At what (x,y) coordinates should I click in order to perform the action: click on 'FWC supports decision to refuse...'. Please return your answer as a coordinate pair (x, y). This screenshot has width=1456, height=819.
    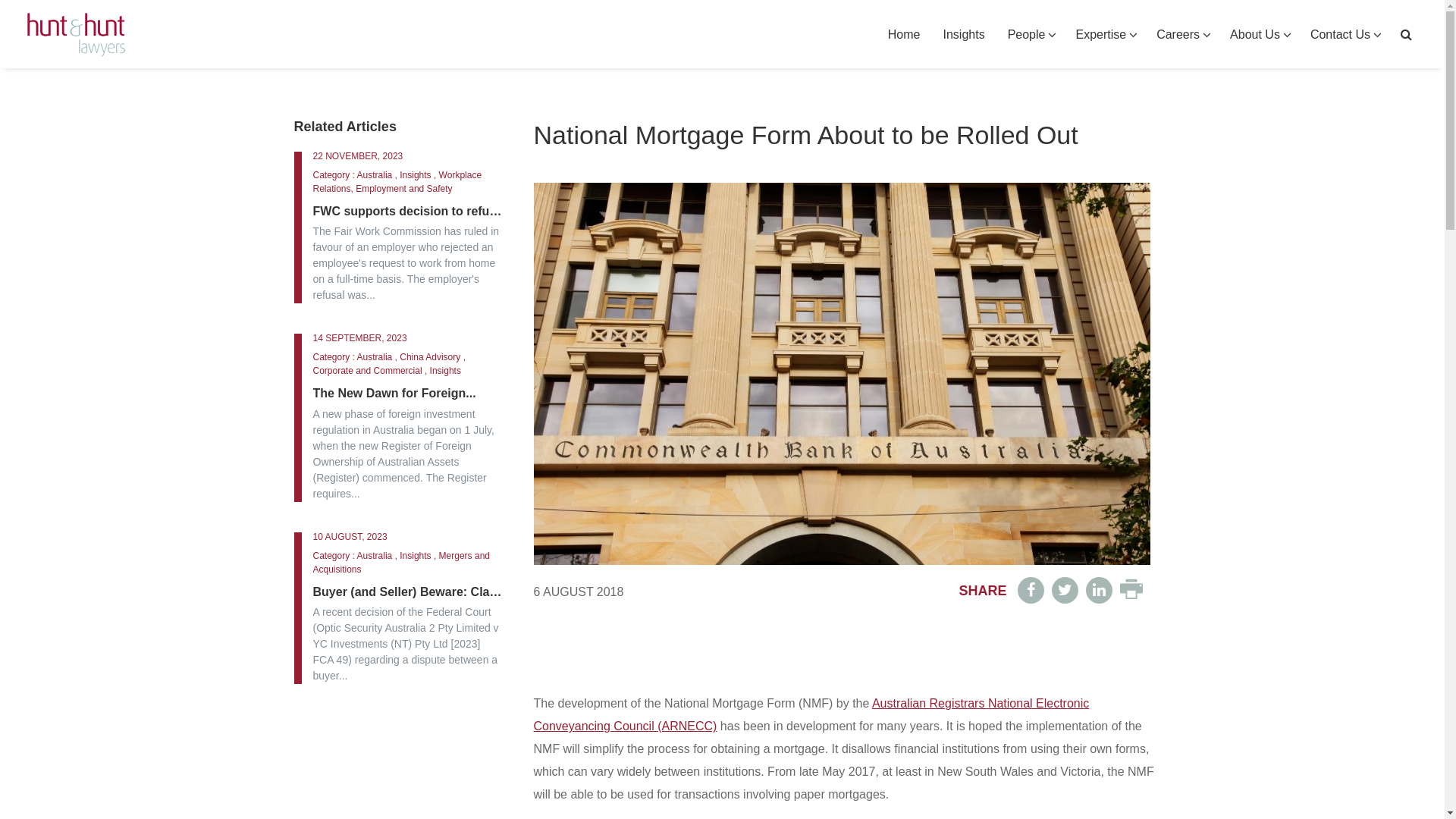
    Looking at the image, I should click on (312, 211).